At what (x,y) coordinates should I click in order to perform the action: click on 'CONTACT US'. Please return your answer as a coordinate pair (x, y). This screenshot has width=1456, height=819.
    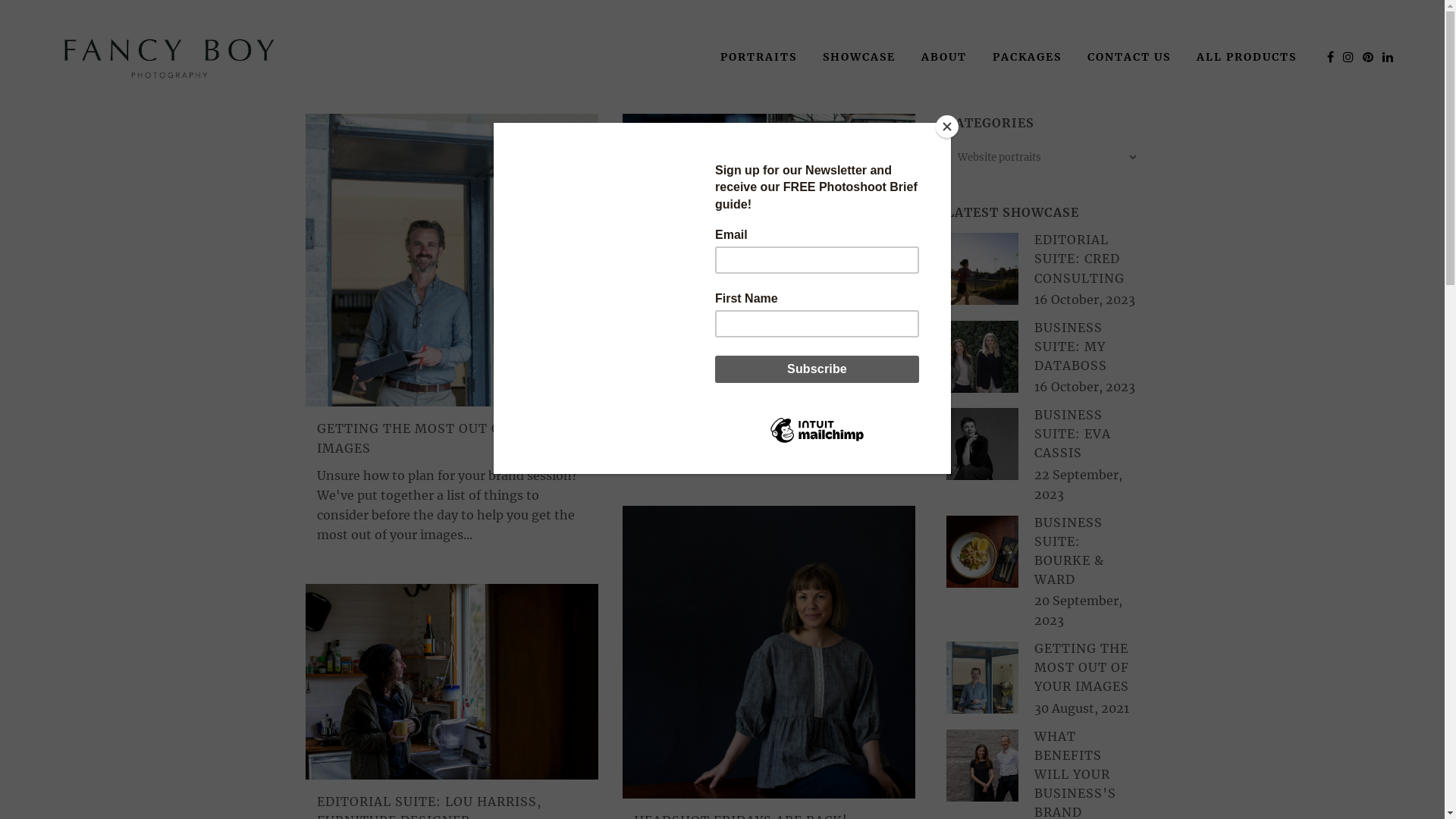
    Looking at the image, I should click on (1073, 55).